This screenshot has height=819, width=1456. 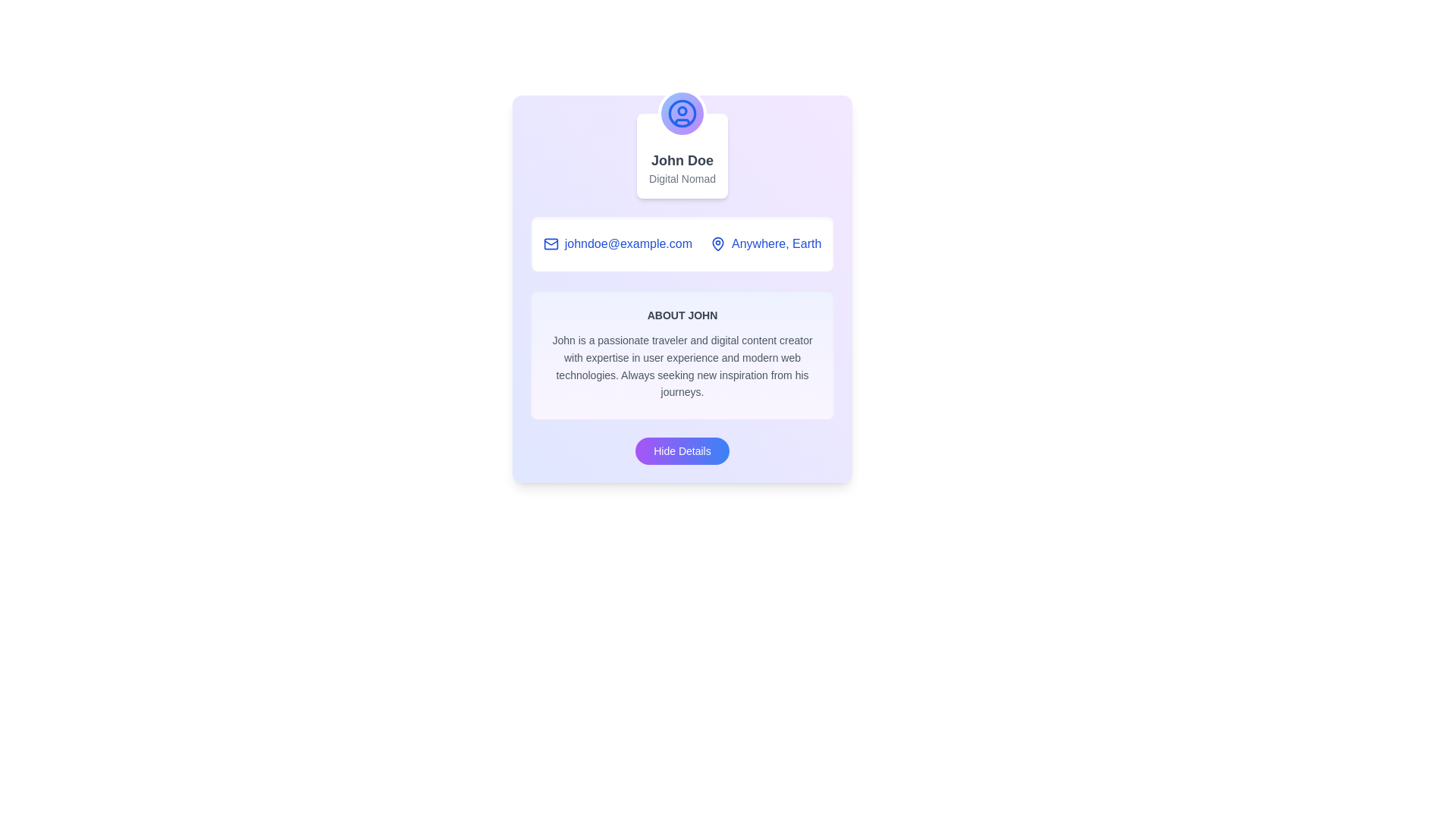 What do you see at coordinates (717, 243) in the screenshot?
I see `the map pin icon that visually represents a geographical location, located at the right end of the information row below the email address element, and is accompanied by the text 'Anywhere, Earth'` at bounding box center [717, 243].